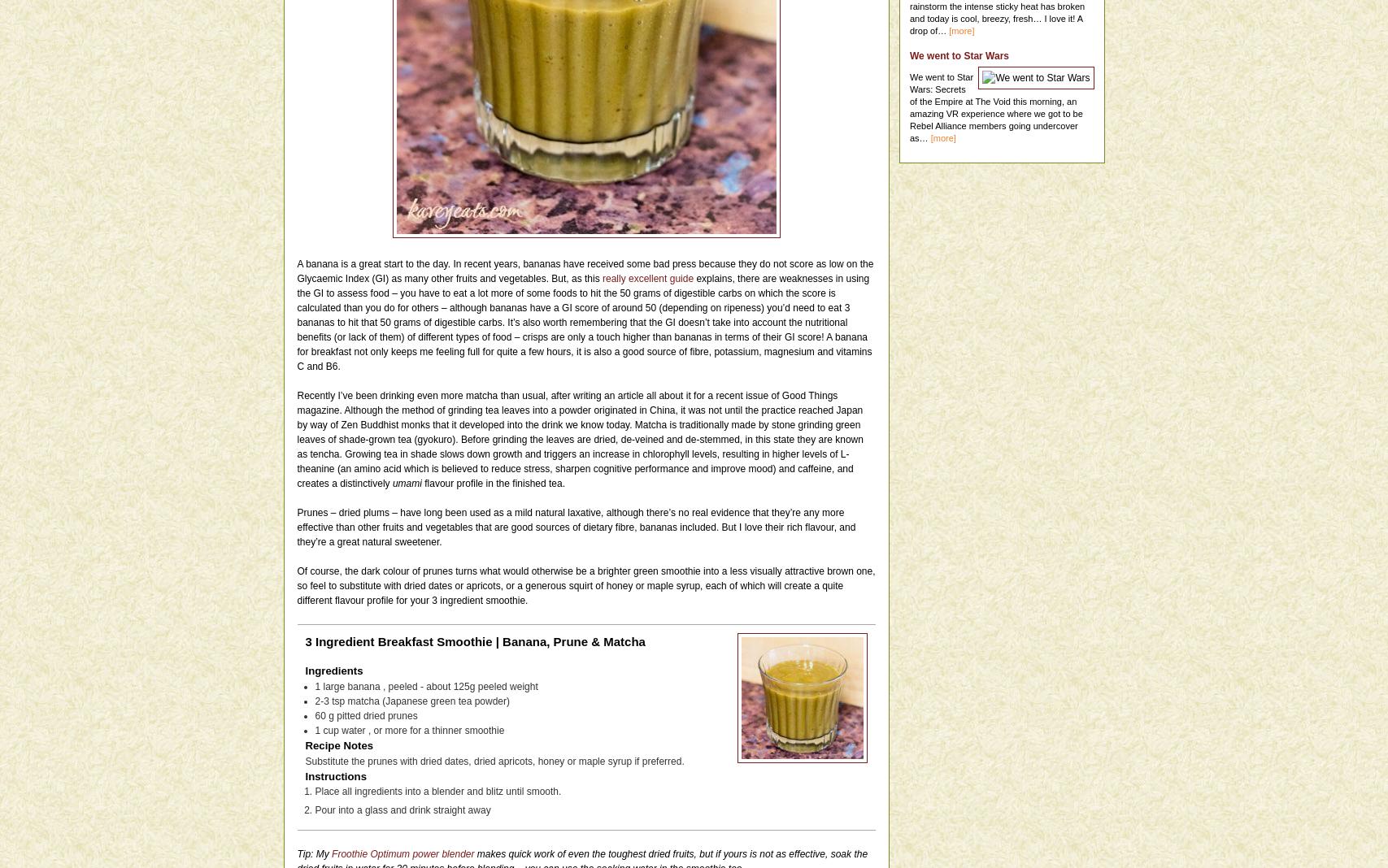 The width and height of the screenshot is (1388, 868). What do you see at coordinates (339, 744) in the screenshot?
I see `'Recipe Notes'` at bounding box center [339, 744].